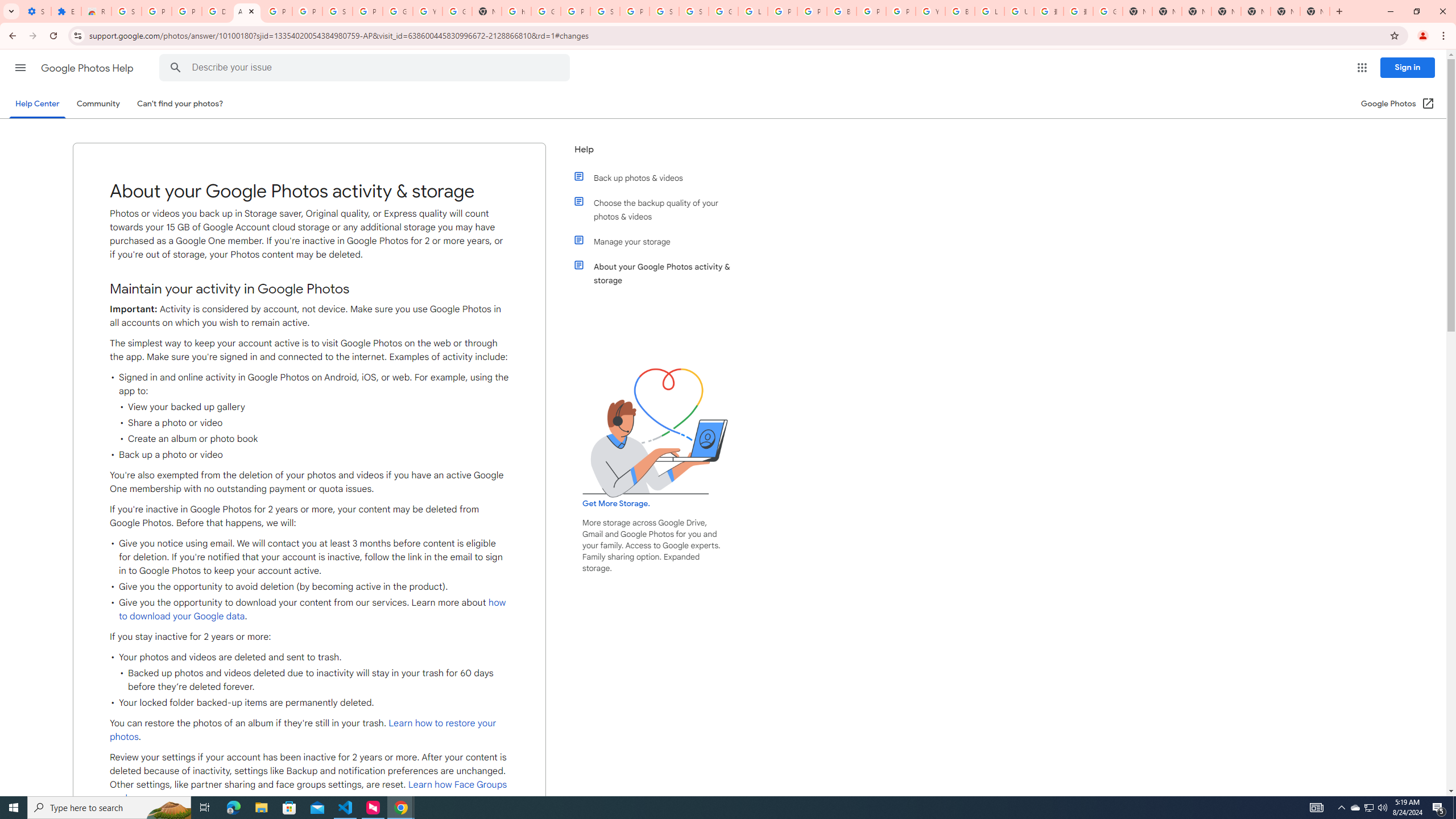 This screenshot has height=819, width=1456. I want to click on 'About your Google Photos activity & storage', so click(661, 272).